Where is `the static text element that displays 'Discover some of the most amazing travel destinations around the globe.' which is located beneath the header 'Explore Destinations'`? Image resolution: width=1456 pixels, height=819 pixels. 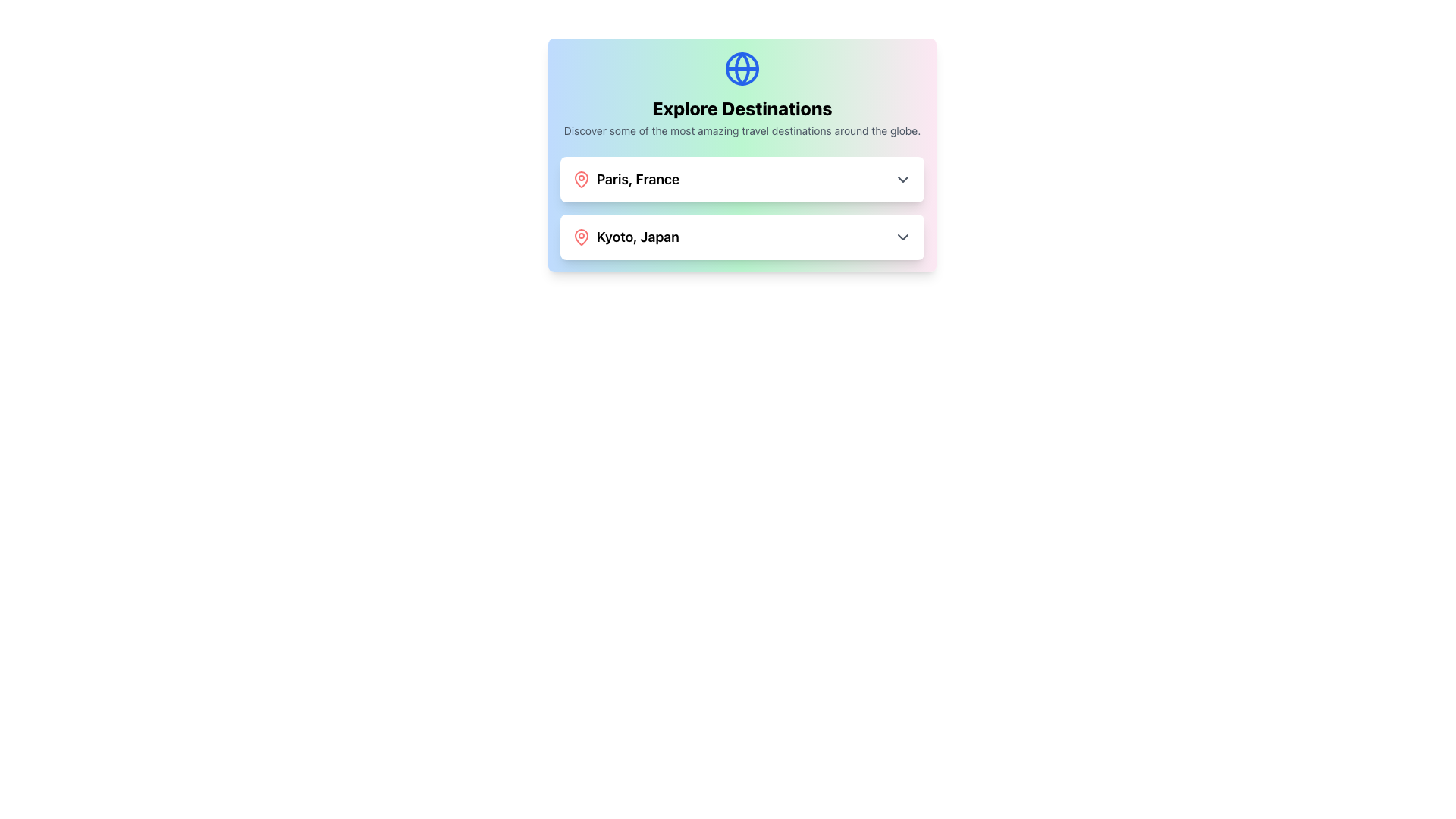
the static text element that displays 'Discover some of the most amazing travel destinations around the globe.' which is located beneath the header 'Explore Destinations' is located at coordinates (742, 130).